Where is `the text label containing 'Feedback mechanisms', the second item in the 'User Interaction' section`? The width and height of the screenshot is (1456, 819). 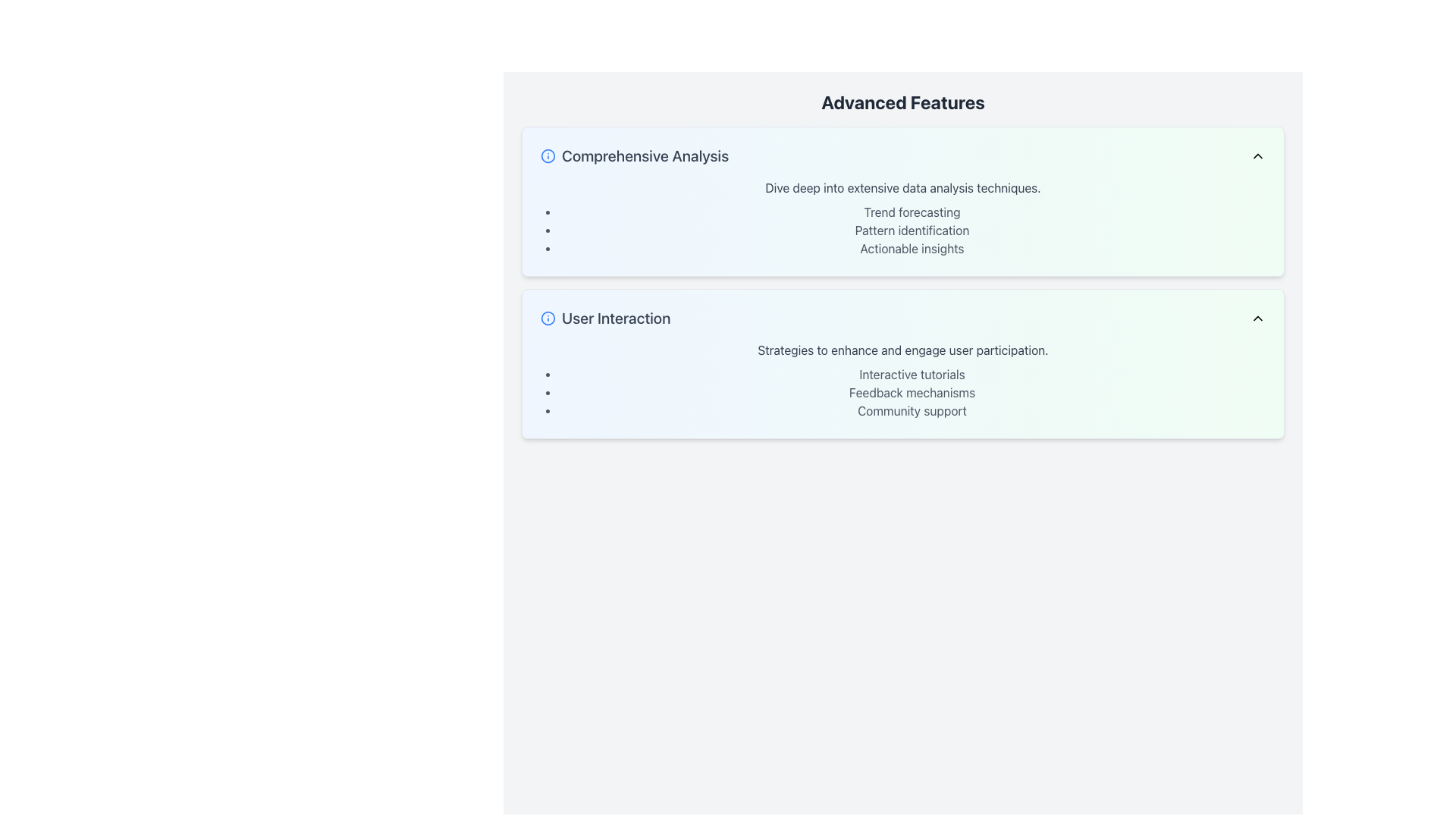
the text label containing 'Feedback mechanisms', the second item in the 'User Interaction' section is located at coordinates (912, 391).